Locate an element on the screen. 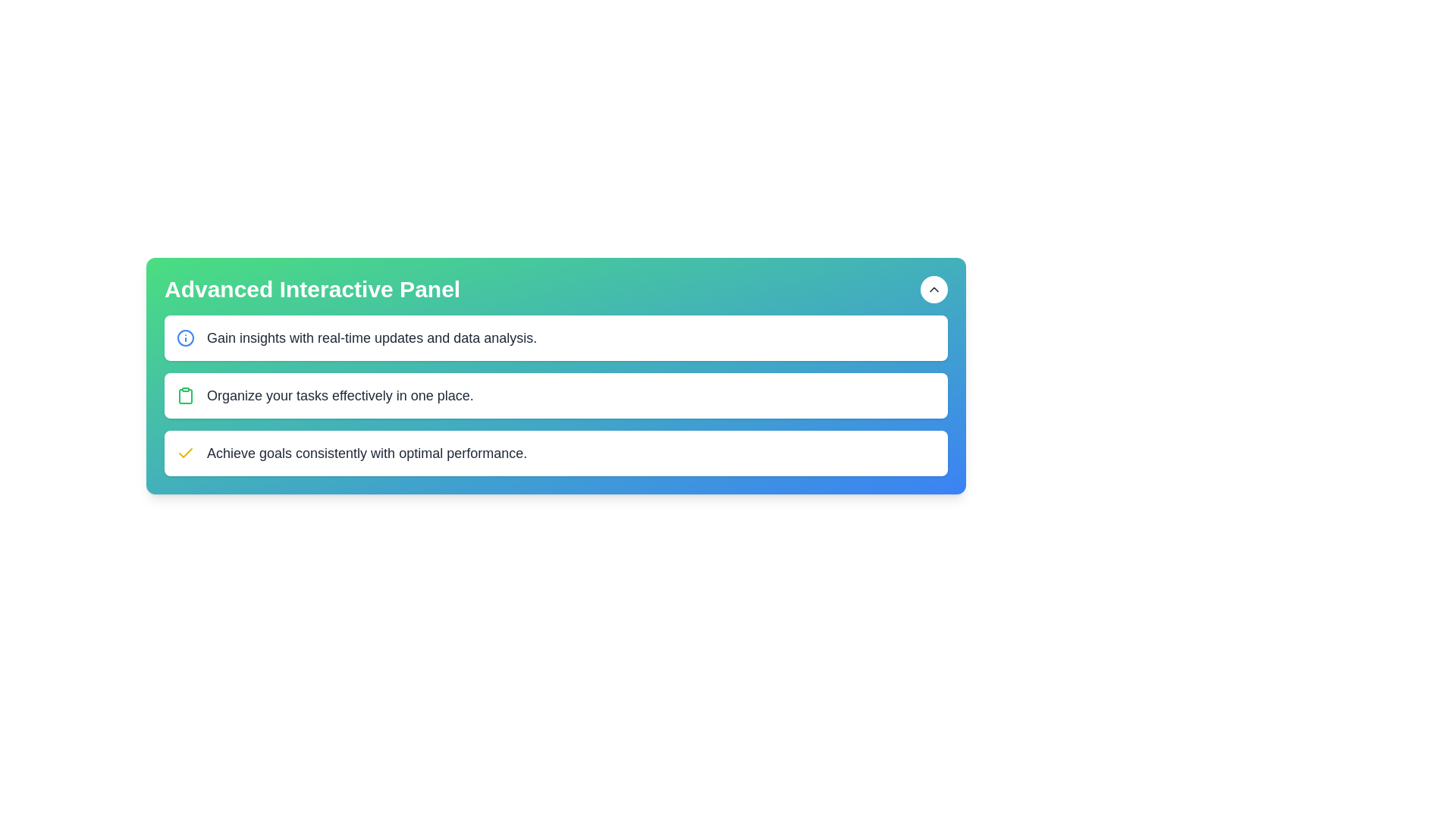 This screenshot has width=1456, height=819. the SVG icon located to the left of the text 'Achieve goals consistently with optimal performance.' in the third line of the 'Advanced Interactive Panel' to understand its message is located at coordinates (184, 452).